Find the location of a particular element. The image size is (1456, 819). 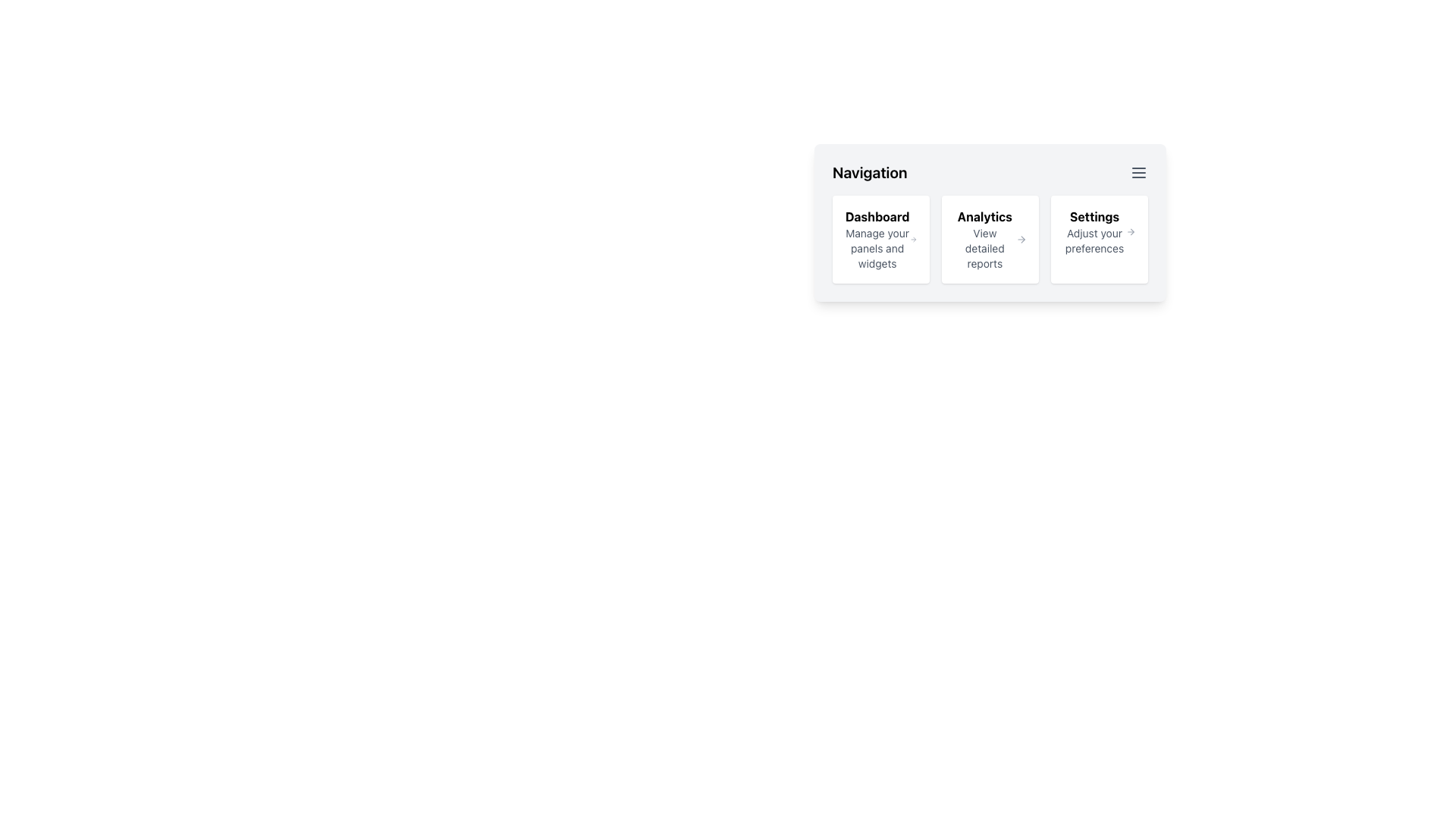

the 'Settings' Navigation Card, which features bold text and is located in the third position of the horizontal list under the 'Navigation' section is located at coordinates (1094, 231).